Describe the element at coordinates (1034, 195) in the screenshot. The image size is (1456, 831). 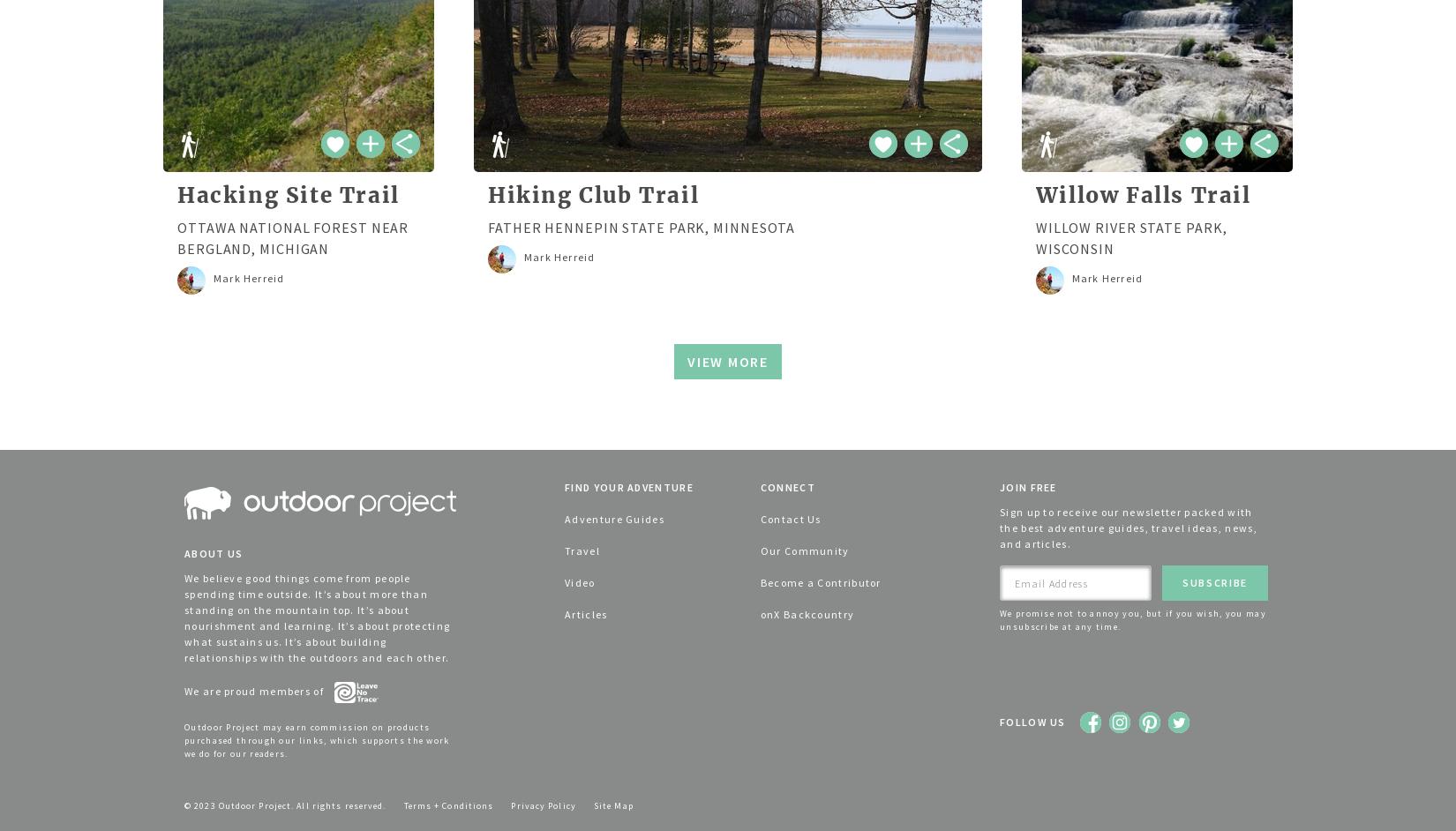
I see `'Willow Falls Trail'` at that location.